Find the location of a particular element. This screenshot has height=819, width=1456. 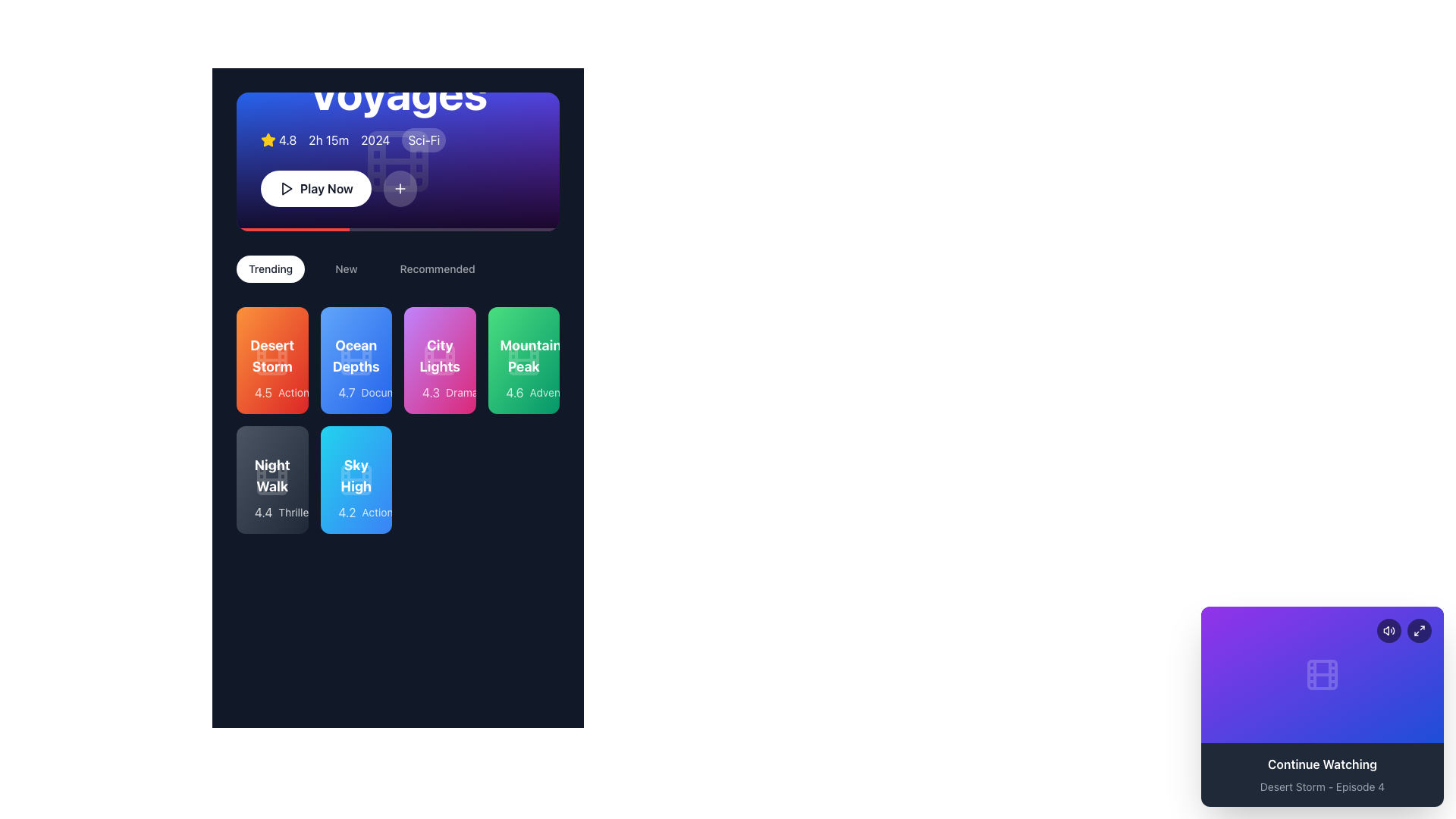

rating value '4.6' displayed in white color over a green background, which is near the label 'Adventure' in the 'Mountain Peak' card is located at coordinates (515, 392).